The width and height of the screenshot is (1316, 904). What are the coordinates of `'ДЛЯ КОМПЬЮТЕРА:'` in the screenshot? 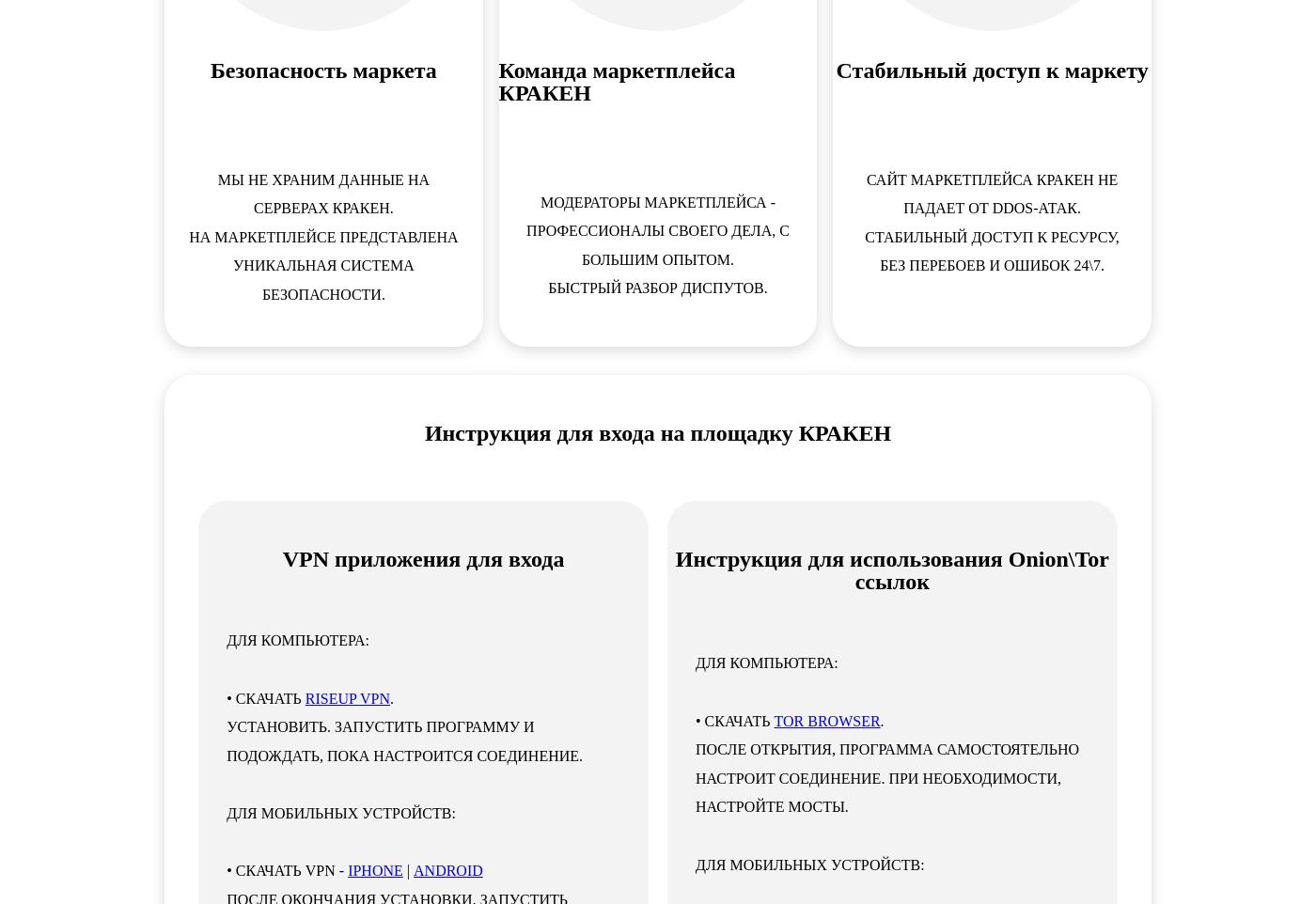 It's located at (297, 639).